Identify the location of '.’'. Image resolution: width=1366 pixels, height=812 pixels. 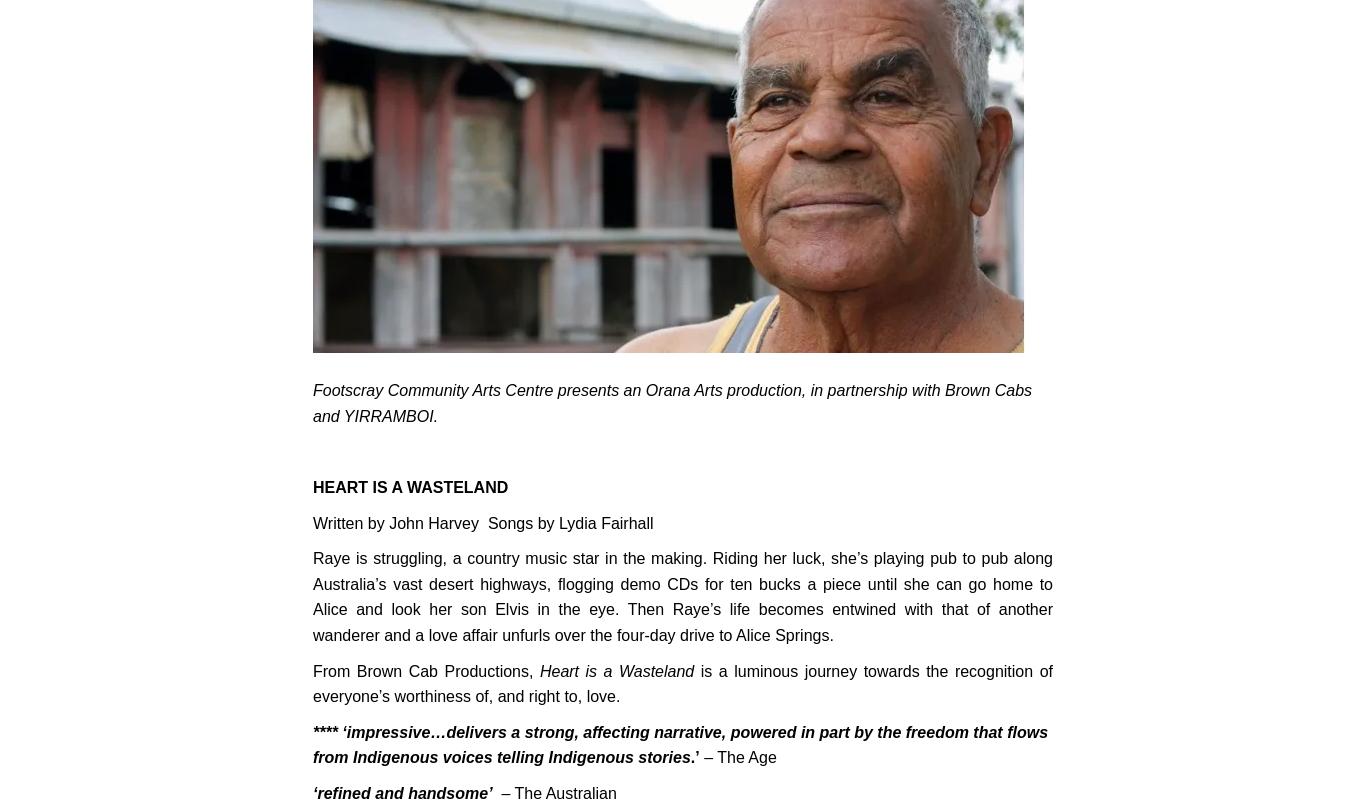
(694, 757).